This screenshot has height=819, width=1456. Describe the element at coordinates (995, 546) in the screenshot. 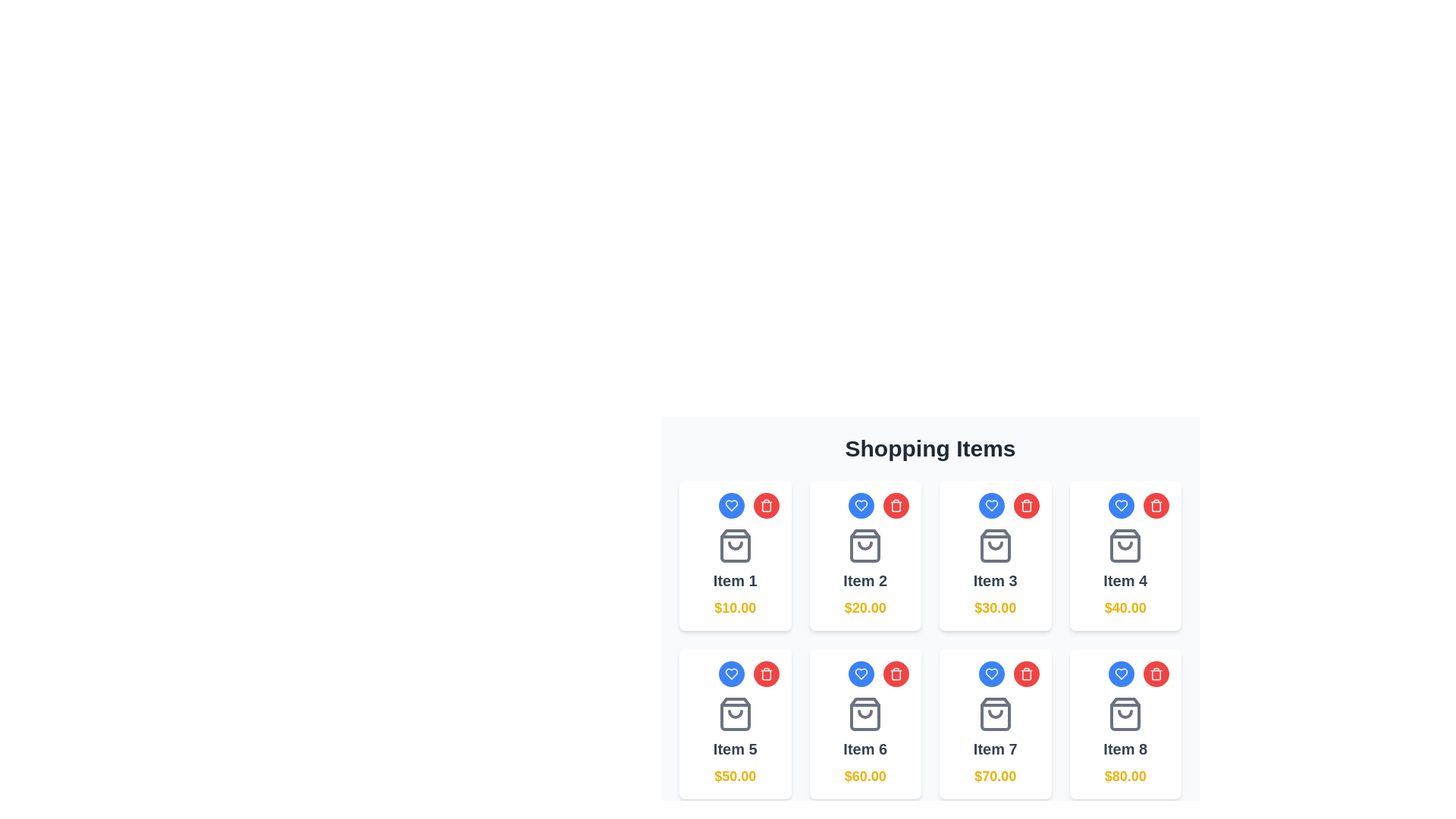

I see `the shopping bag icon for the third item in the grid layout, which is located above the text 'Item 3' and '$30.00'` at that location.